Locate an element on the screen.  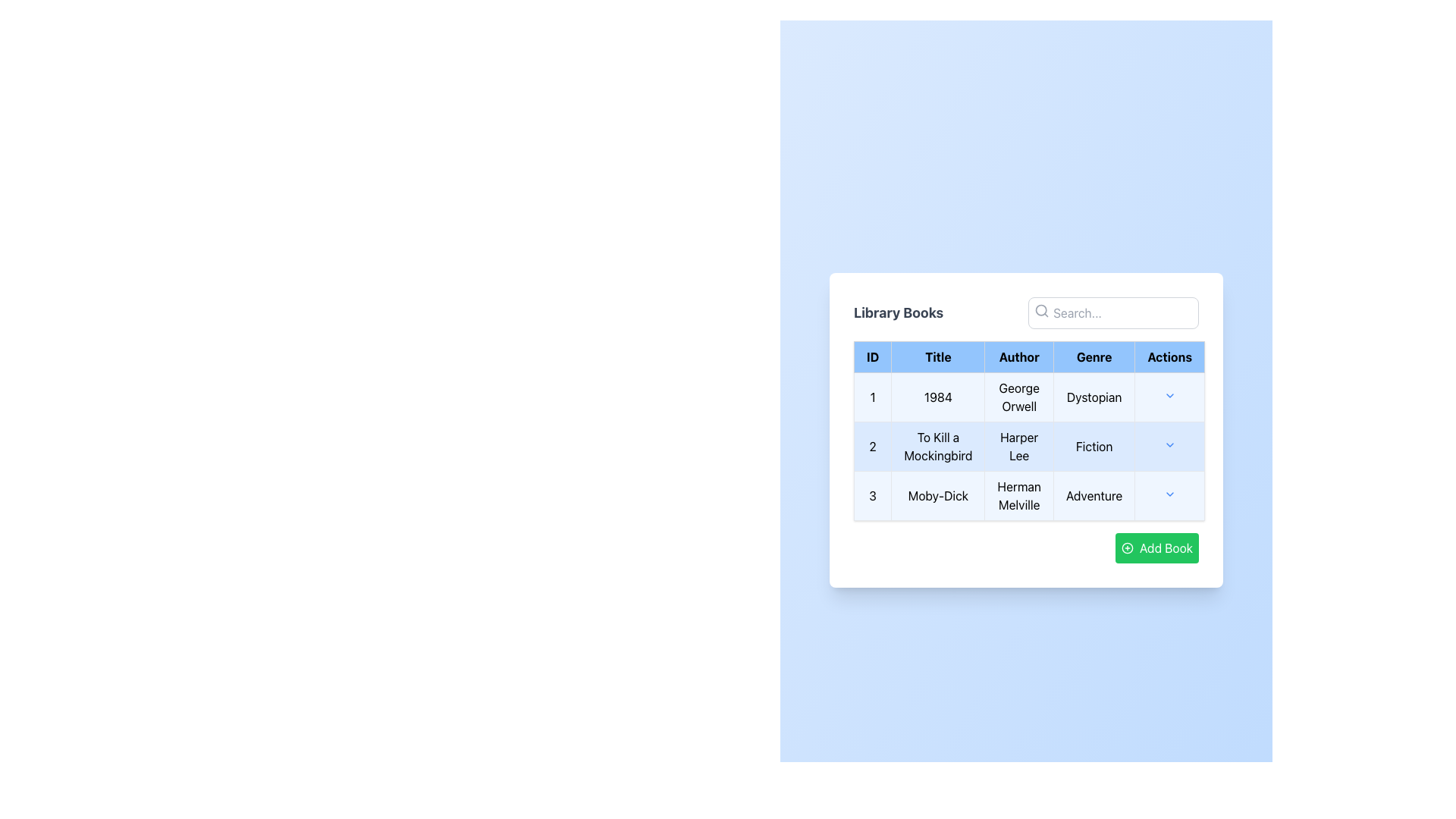
text 'Herman Melville' from the table cell located in the third row under the 'Author' column is located at coordinates (1029, 495).